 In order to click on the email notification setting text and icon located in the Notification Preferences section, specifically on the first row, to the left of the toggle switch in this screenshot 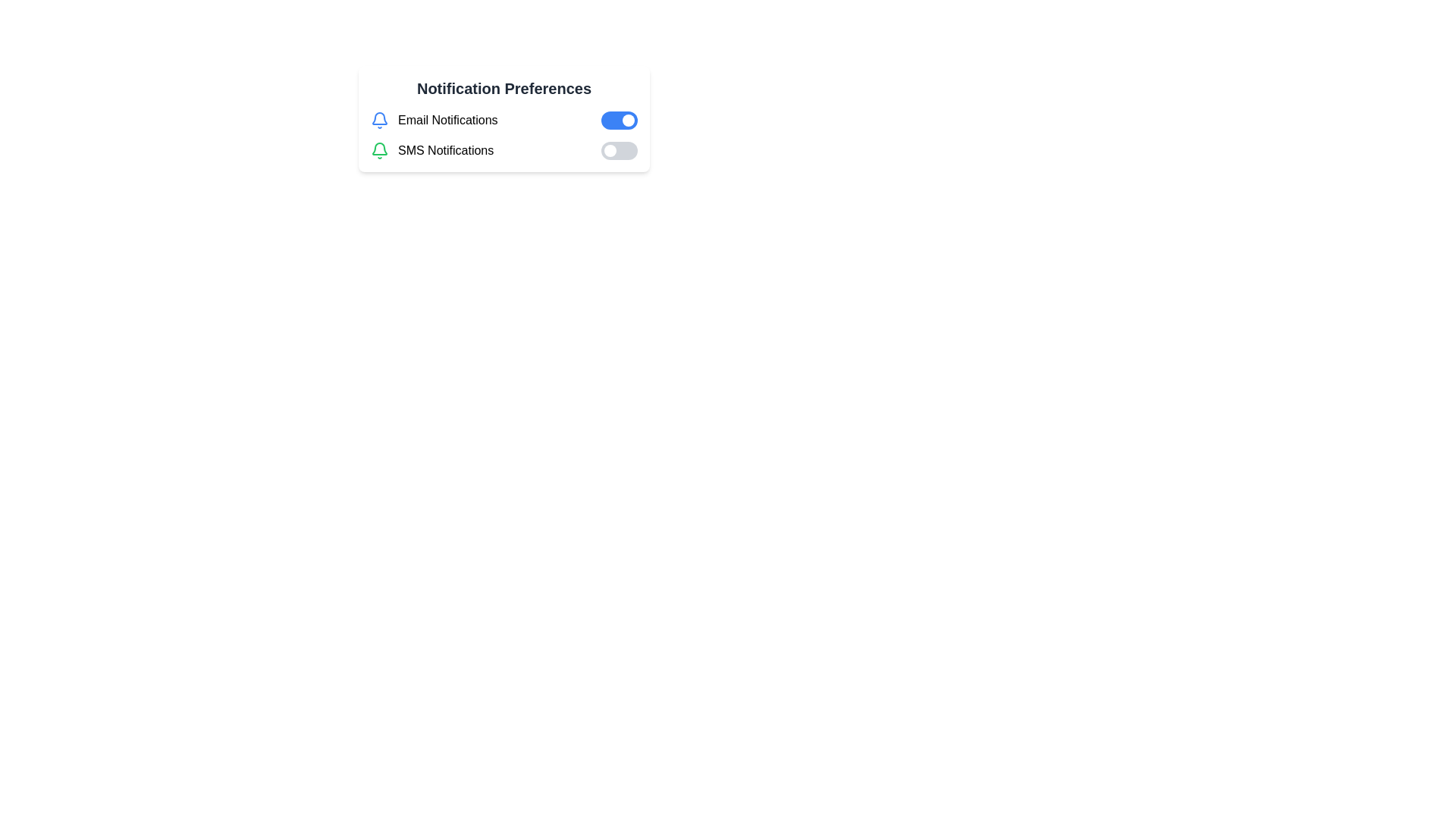, I will do `click(433, 119)`.